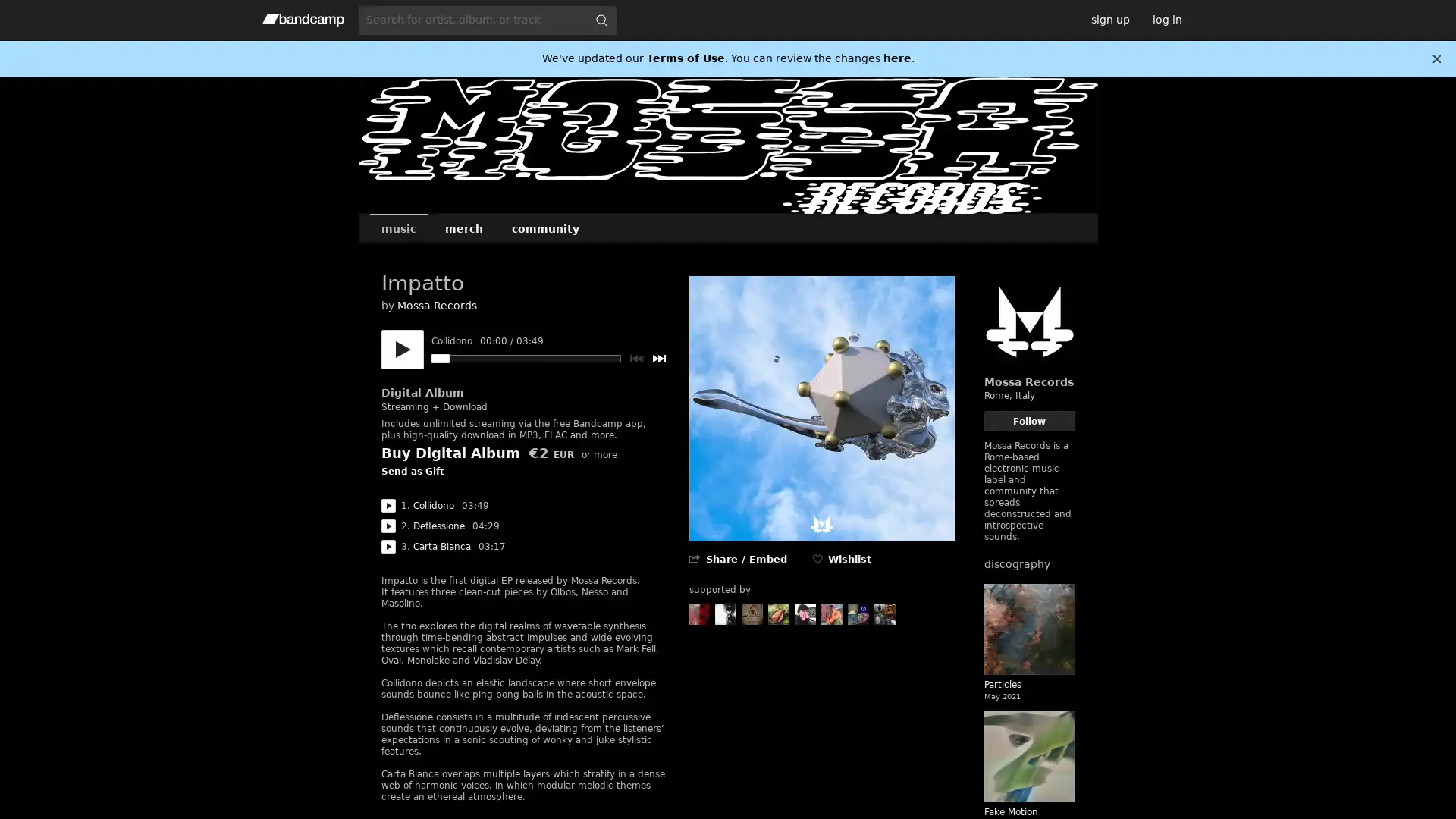  Describe the element at coordinates (600, 20) in the screenshot. I see `submit for full search page` at that location.